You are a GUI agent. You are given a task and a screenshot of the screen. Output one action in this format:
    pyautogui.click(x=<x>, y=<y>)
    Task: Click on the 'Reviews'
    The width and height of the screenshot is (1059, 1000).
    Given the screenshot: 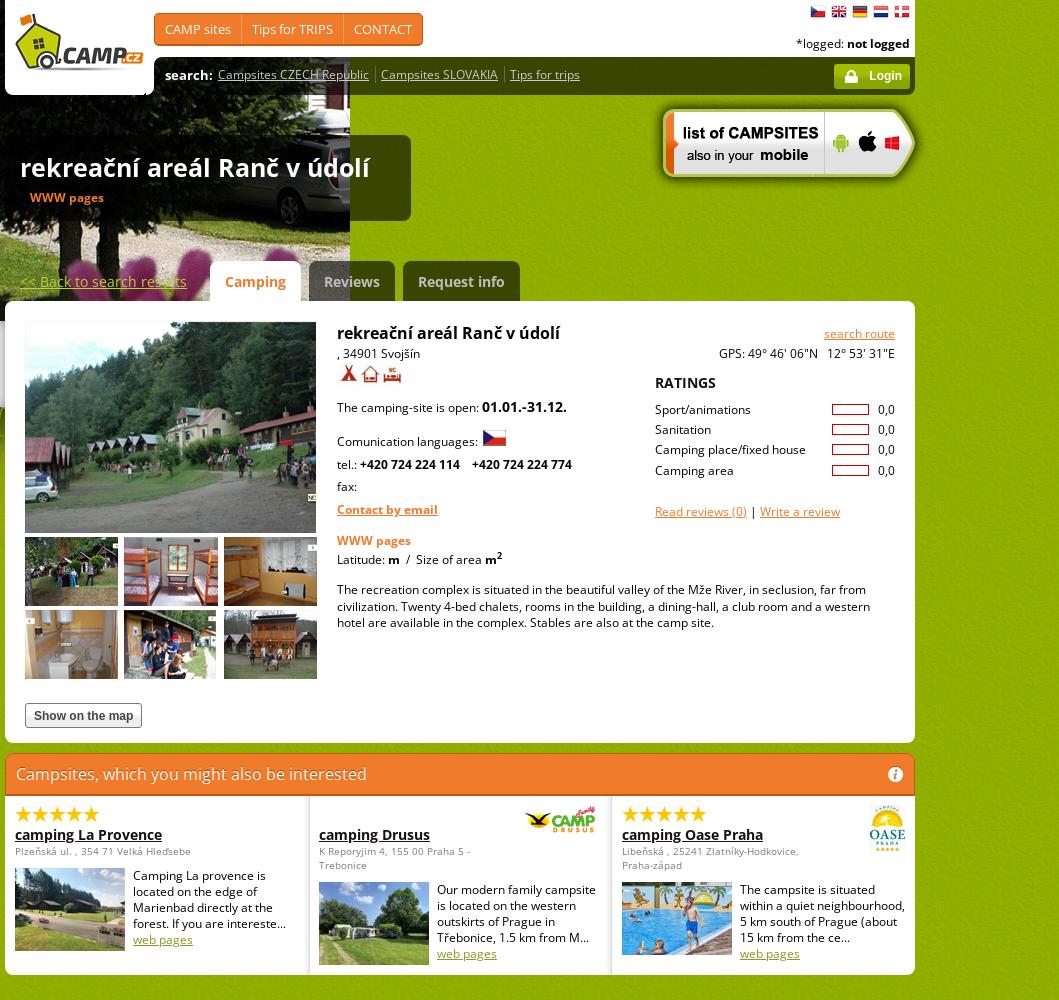 What is the action you would take?
    pyautogui.click(x=351, y=281)
    